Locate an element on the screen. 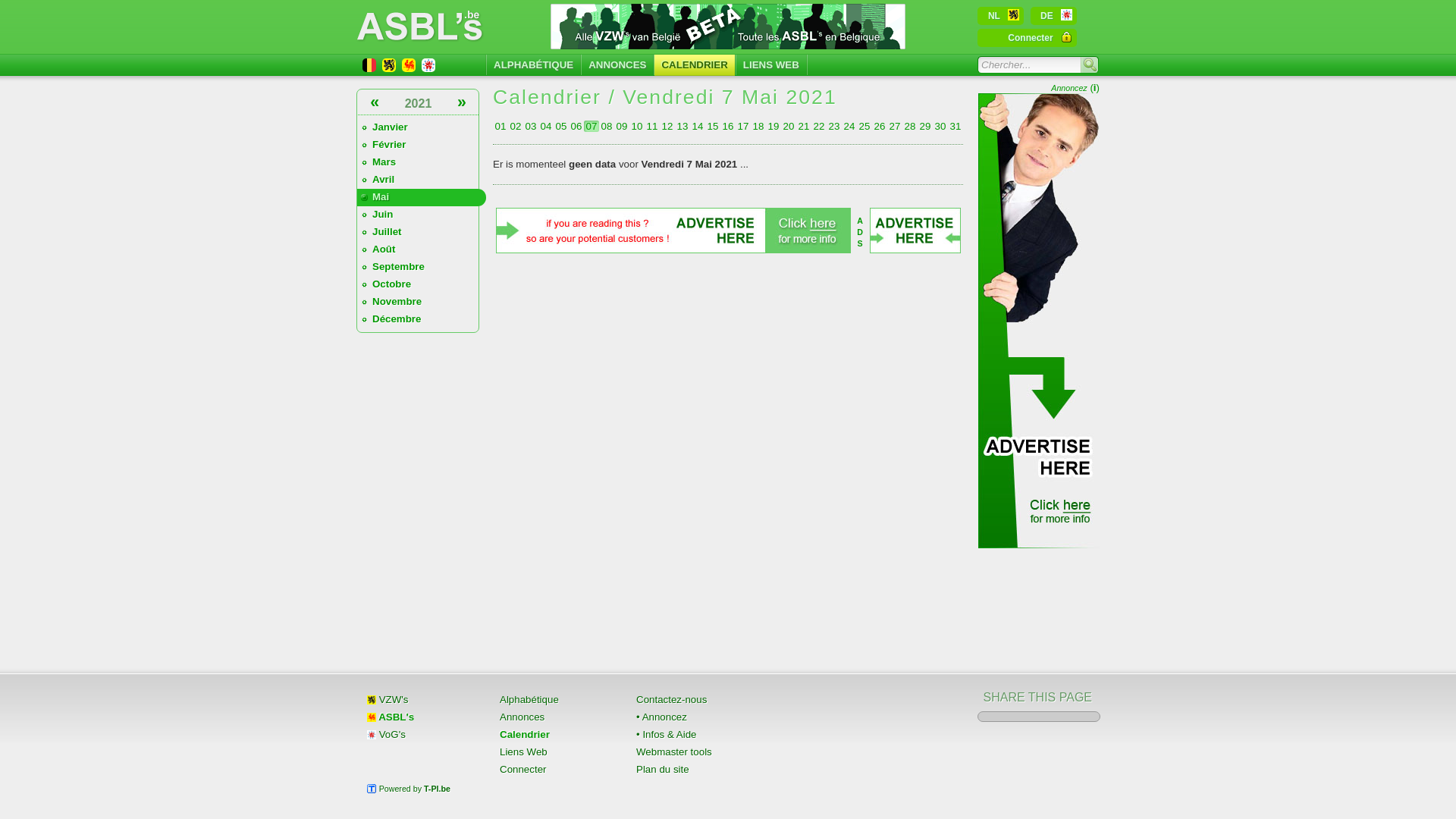  '25' is located at coordinates (864, 125).